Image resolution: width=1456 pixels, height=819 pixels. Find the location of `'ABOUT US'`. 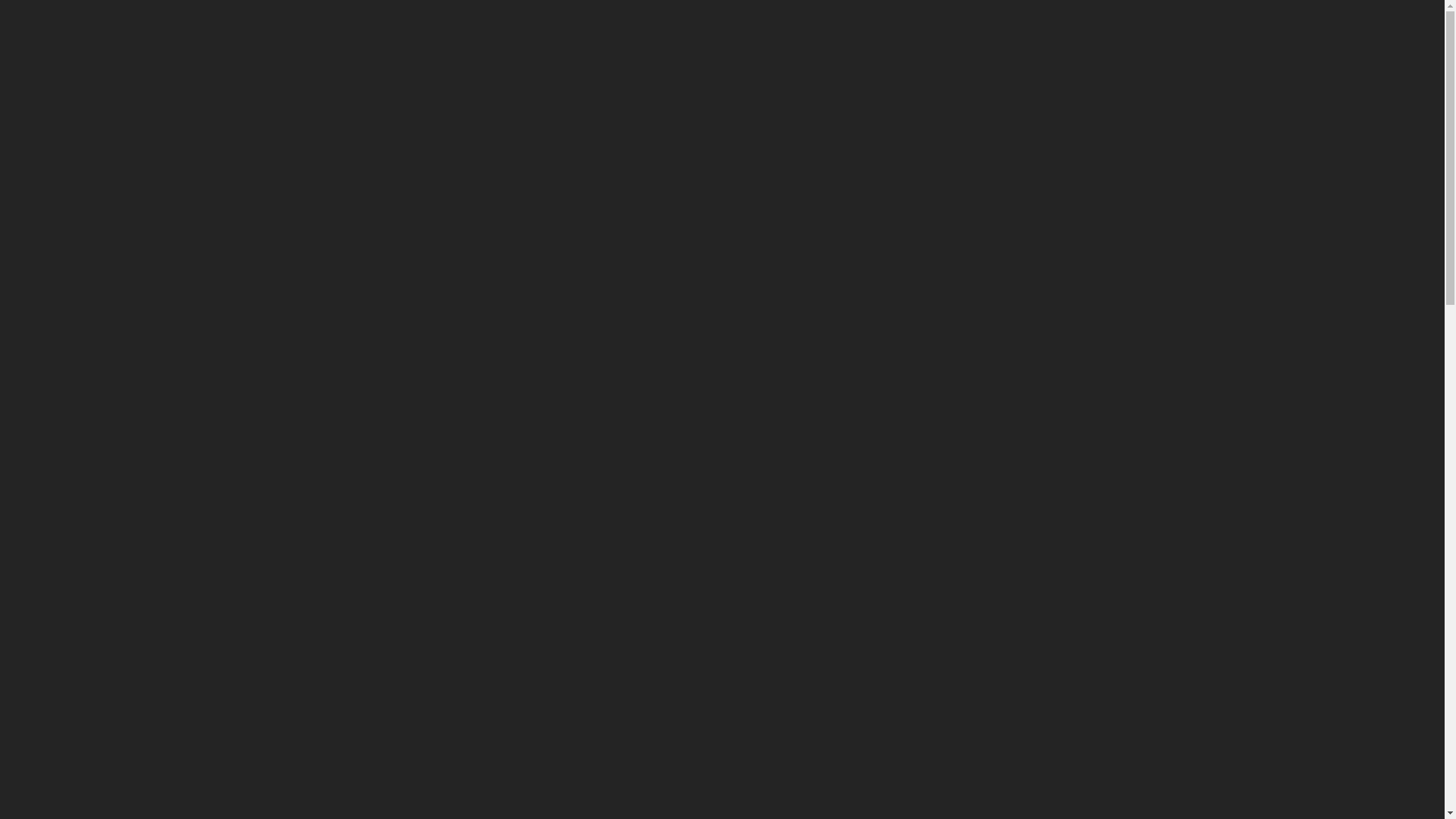

'ABOUT US' is located at coordinates (411, 83).